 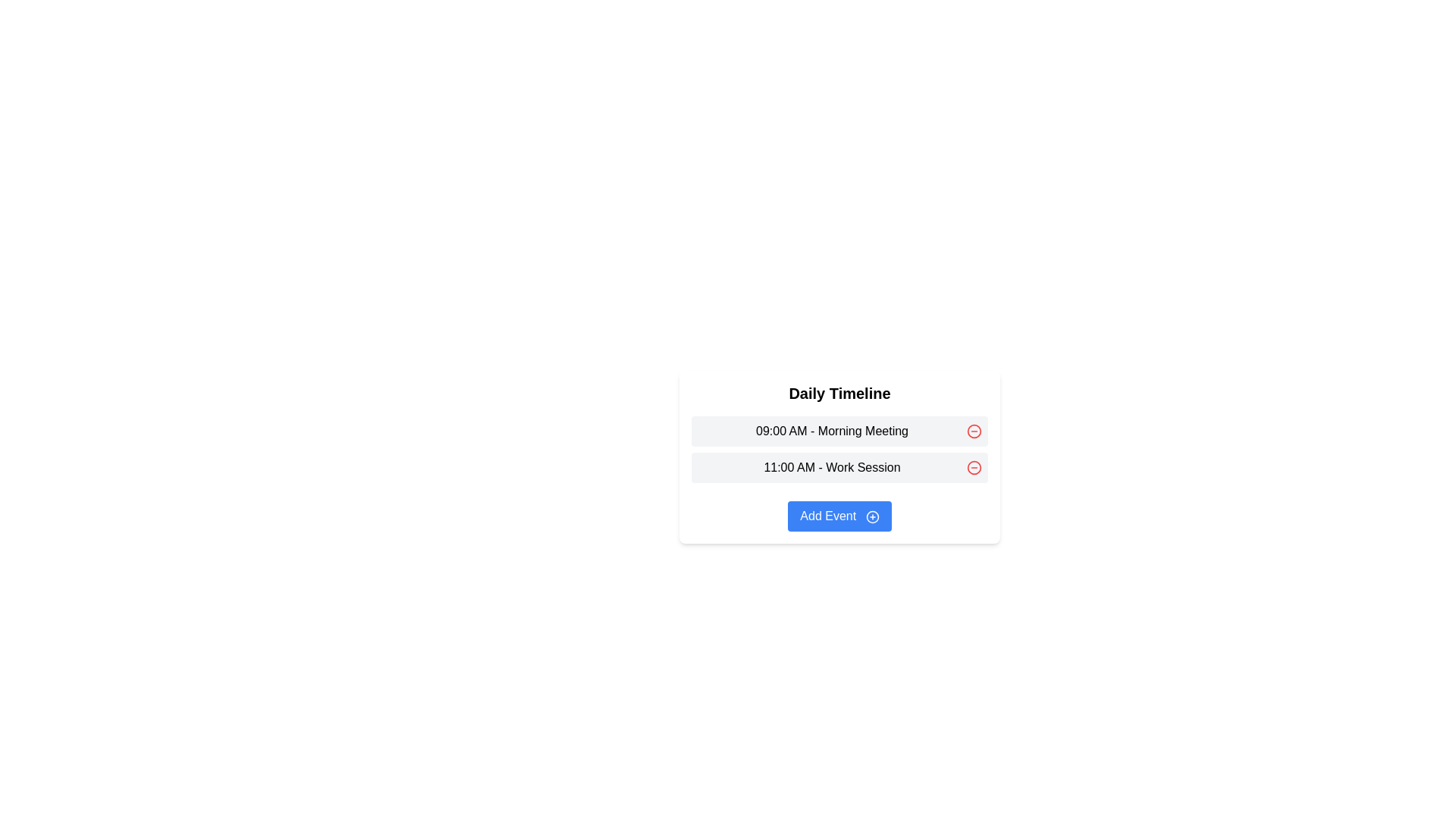 What do you see at coordinates (839, 467) in the screenshot?
I see `the event list item displaying '11:00 AM - Work Session'` at bounding box center [839, 467].